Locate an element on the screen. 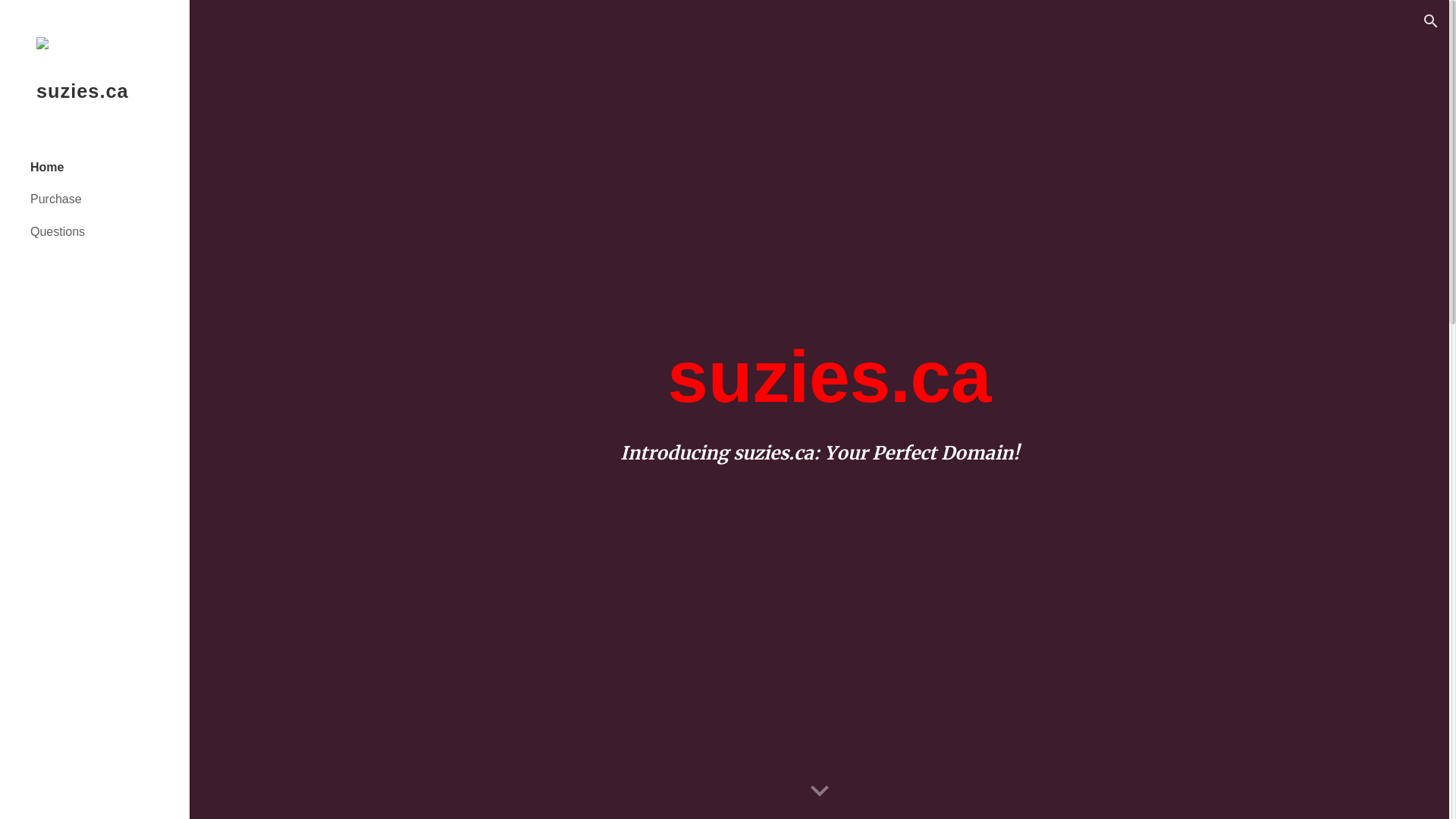 The height and width of the screenshot is (819, 1456). 'Purchase' is located at coordinates (103, 198).